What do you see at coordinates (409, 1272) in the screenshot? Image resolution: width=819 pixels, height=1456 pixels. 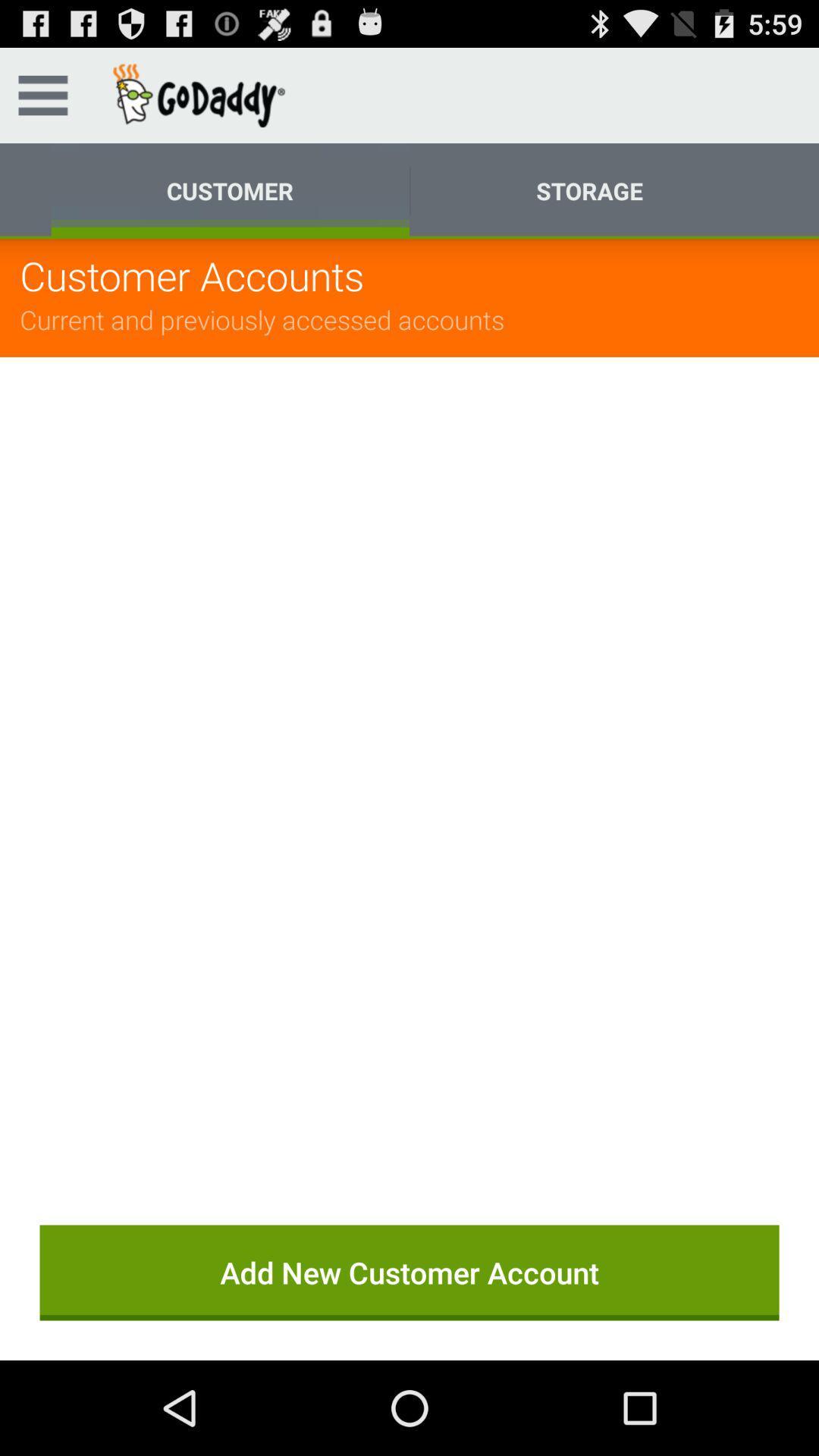 I see `add new customer icon` at bounding box center [409, 1272].